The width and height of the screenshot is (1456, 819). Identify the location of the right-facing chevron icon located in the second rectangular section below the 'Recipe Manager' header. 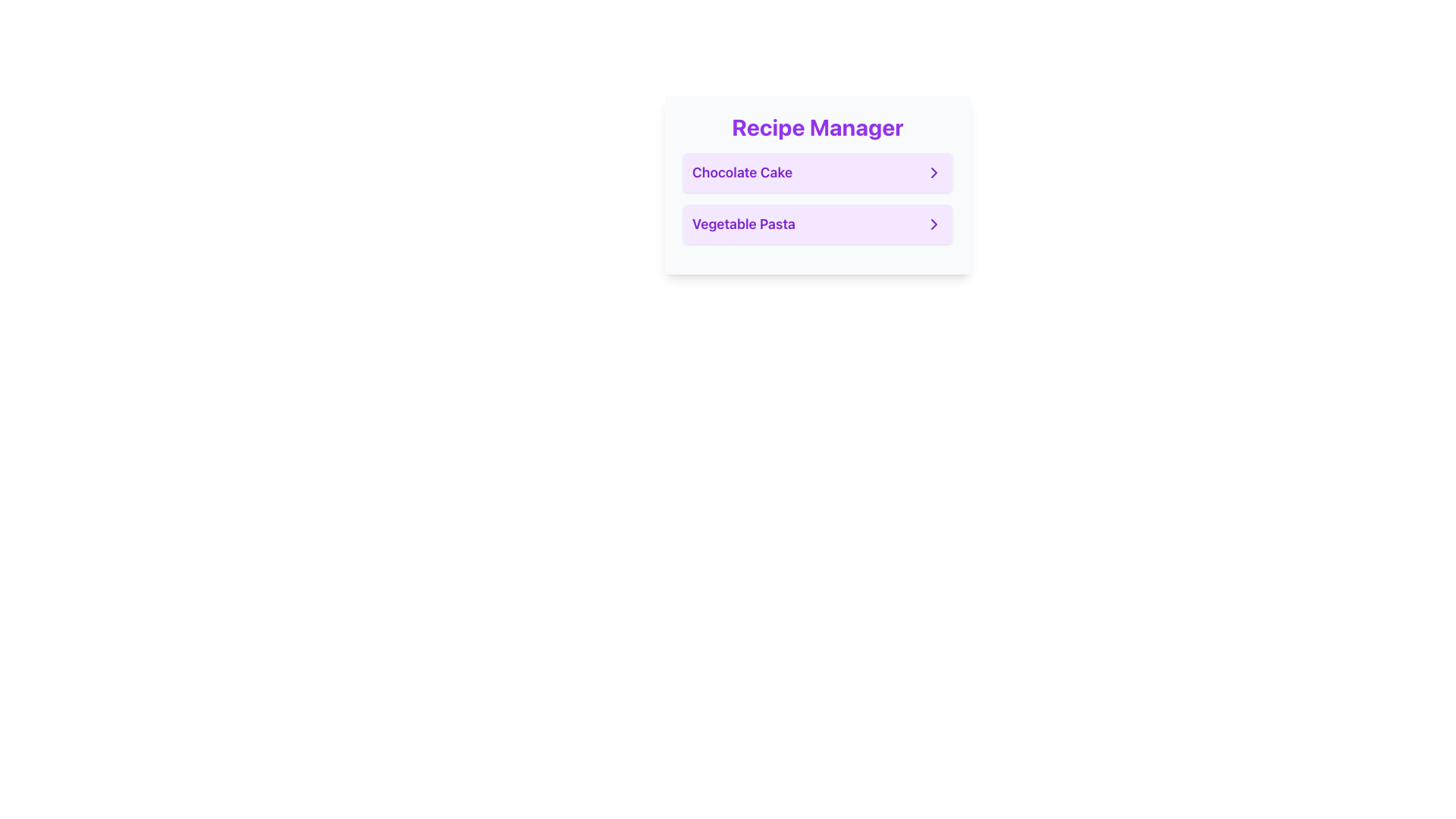
(934, 224).